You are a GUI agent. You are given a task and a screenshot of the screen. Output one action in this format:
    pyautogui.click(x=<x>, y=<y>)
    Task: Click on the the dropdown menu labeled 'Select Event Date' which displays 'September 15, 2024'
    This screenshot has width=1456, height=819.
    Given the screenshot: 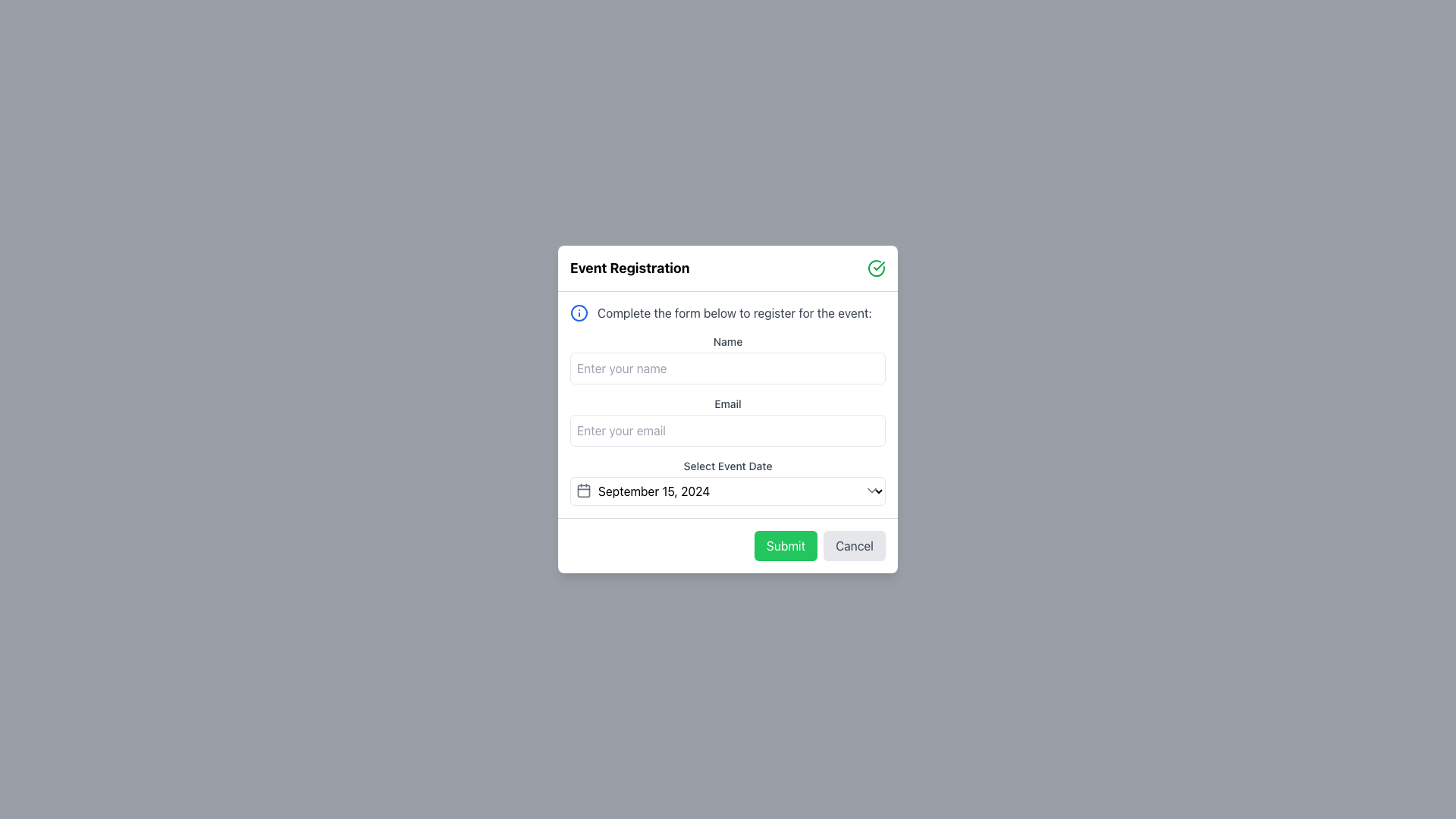 What is the action you would take?
    pyautogui.click(x=728, y=491)
    